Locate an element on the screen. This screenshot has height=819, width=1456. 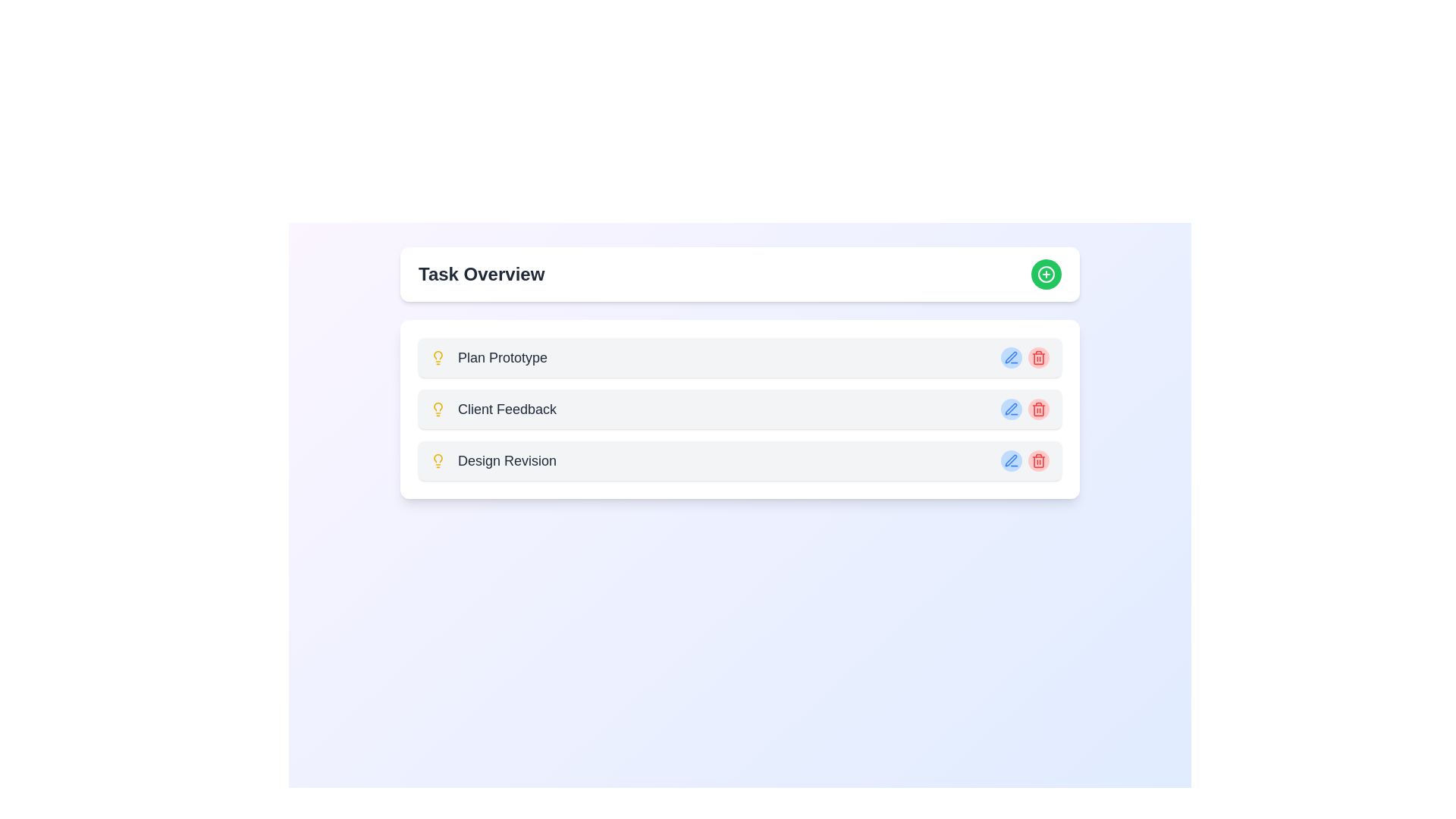
the stylized pen icon used for edit actions, located on the right side of the 'Client Feedback' row in the task list is located at coordinates (1011, 460).